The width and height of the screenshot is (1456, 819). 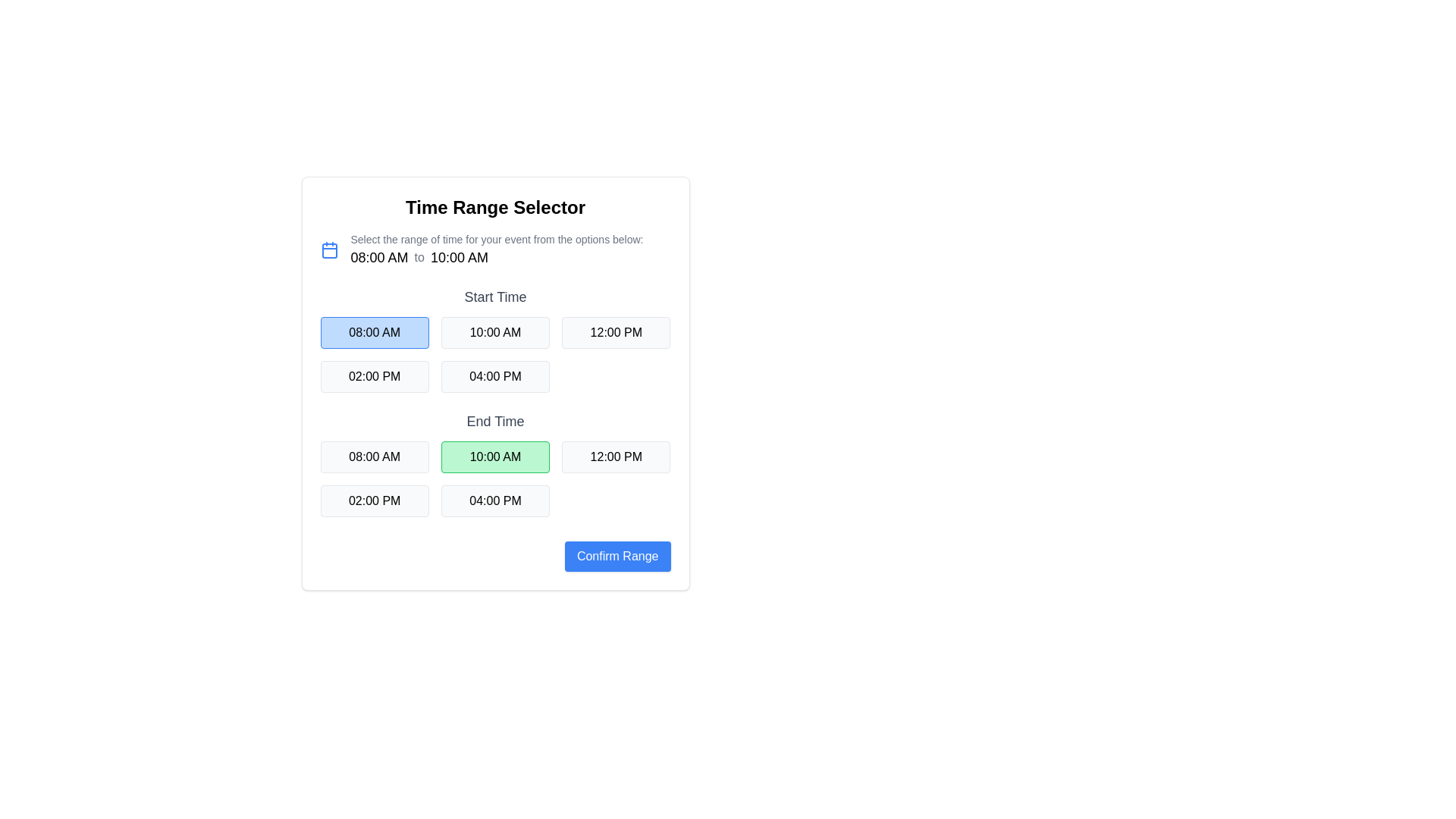 I want to click on the rectangular button with rounded corners displaying '10:00 AM', so click(x=495, y=456).